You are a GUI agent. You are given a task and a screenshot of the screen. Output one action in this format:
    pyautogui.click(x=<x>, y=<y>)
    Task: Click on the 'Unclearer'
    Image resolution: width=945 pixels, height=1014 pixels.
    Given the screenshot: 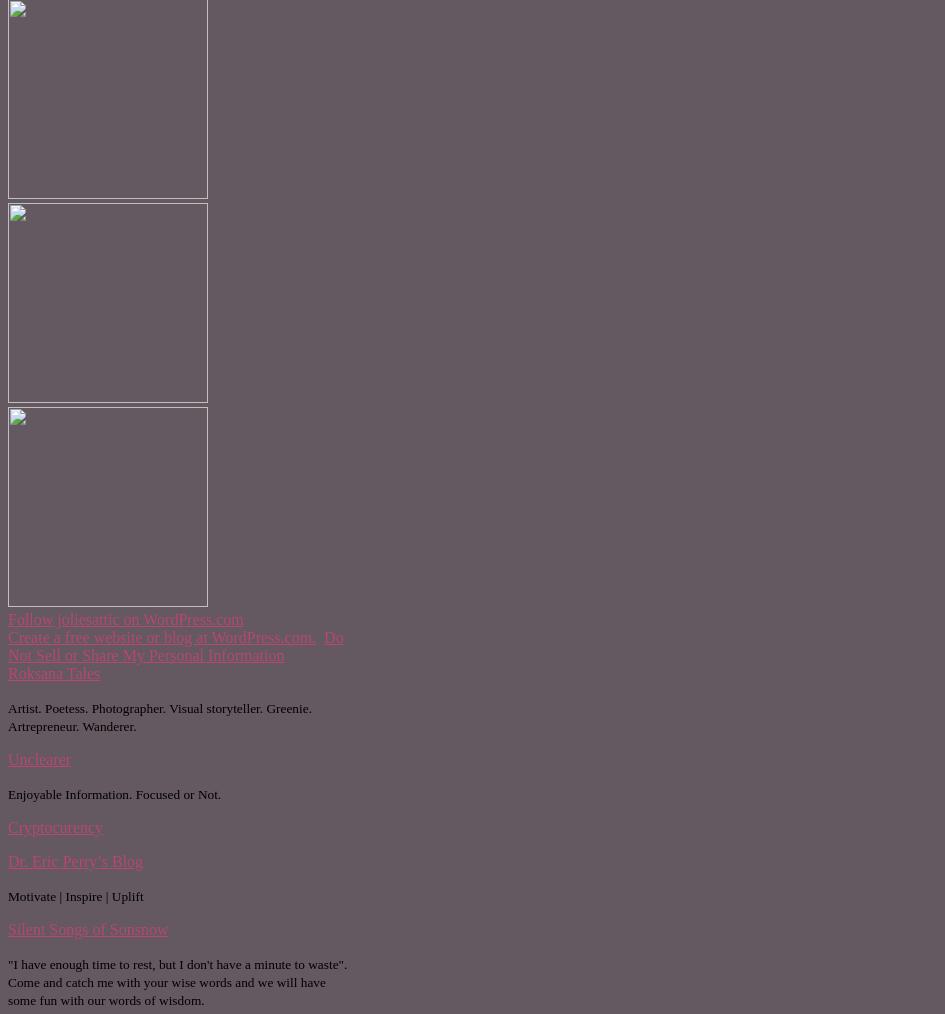 What is the action you would take?
    pyautogui.click(x=39, y=757)
    